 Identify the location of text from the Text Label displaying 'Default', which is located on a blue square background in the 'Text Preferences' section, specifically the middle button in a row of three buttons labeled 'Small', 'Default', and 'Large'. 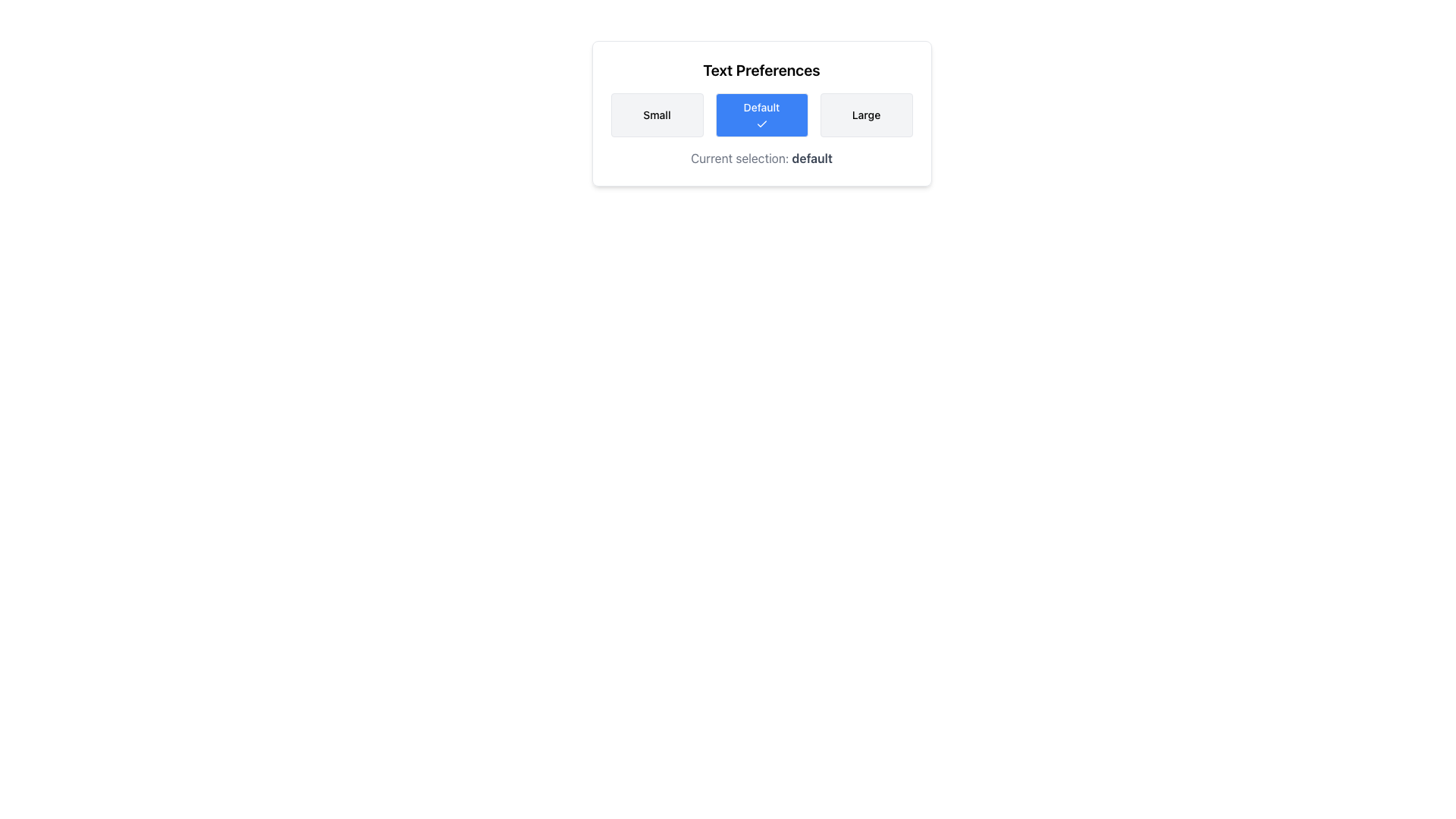
(761, 107).